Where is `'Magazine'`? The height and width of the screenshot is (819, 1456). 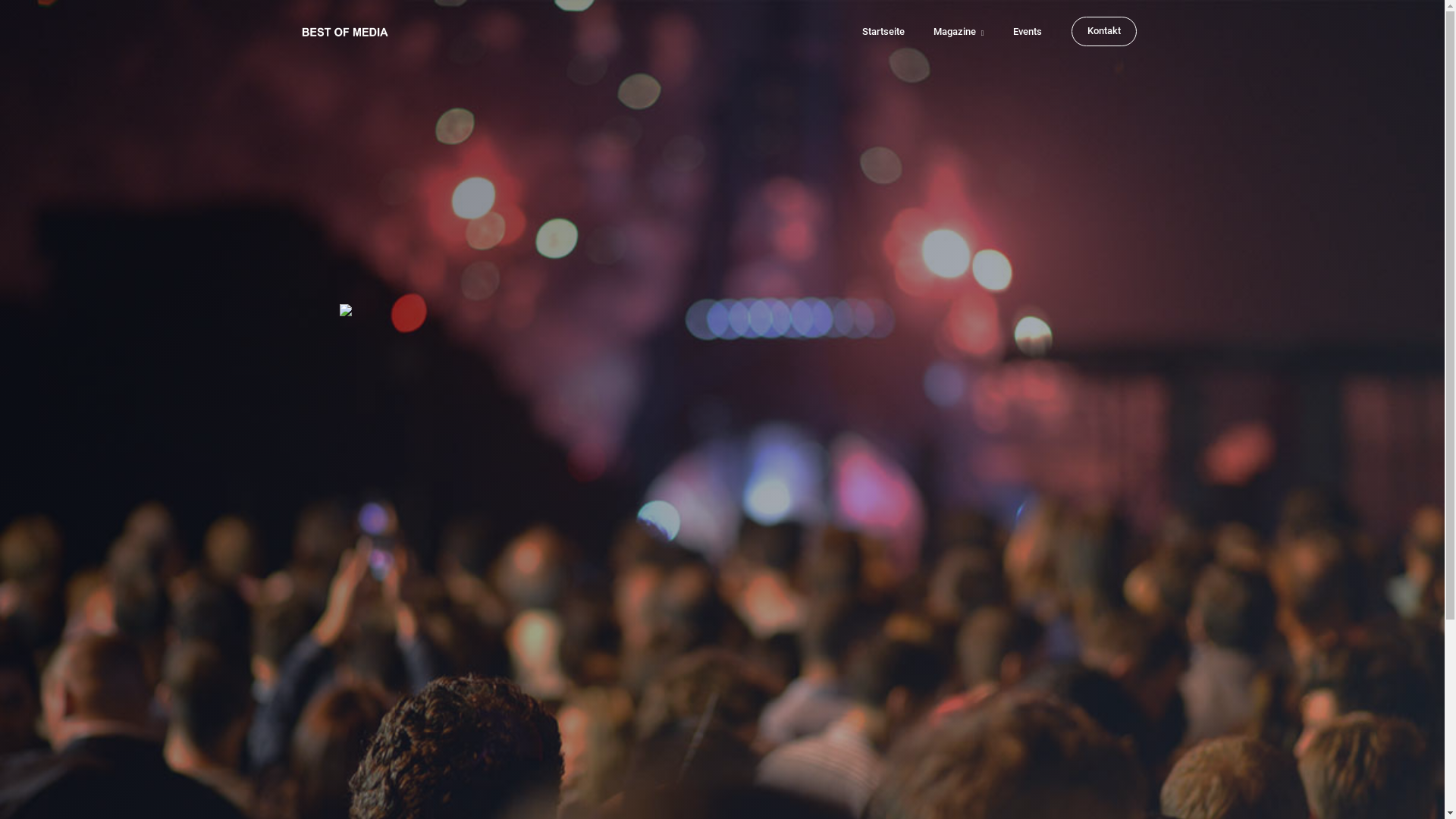
'Magazine' is located at coordinates (924, 32).